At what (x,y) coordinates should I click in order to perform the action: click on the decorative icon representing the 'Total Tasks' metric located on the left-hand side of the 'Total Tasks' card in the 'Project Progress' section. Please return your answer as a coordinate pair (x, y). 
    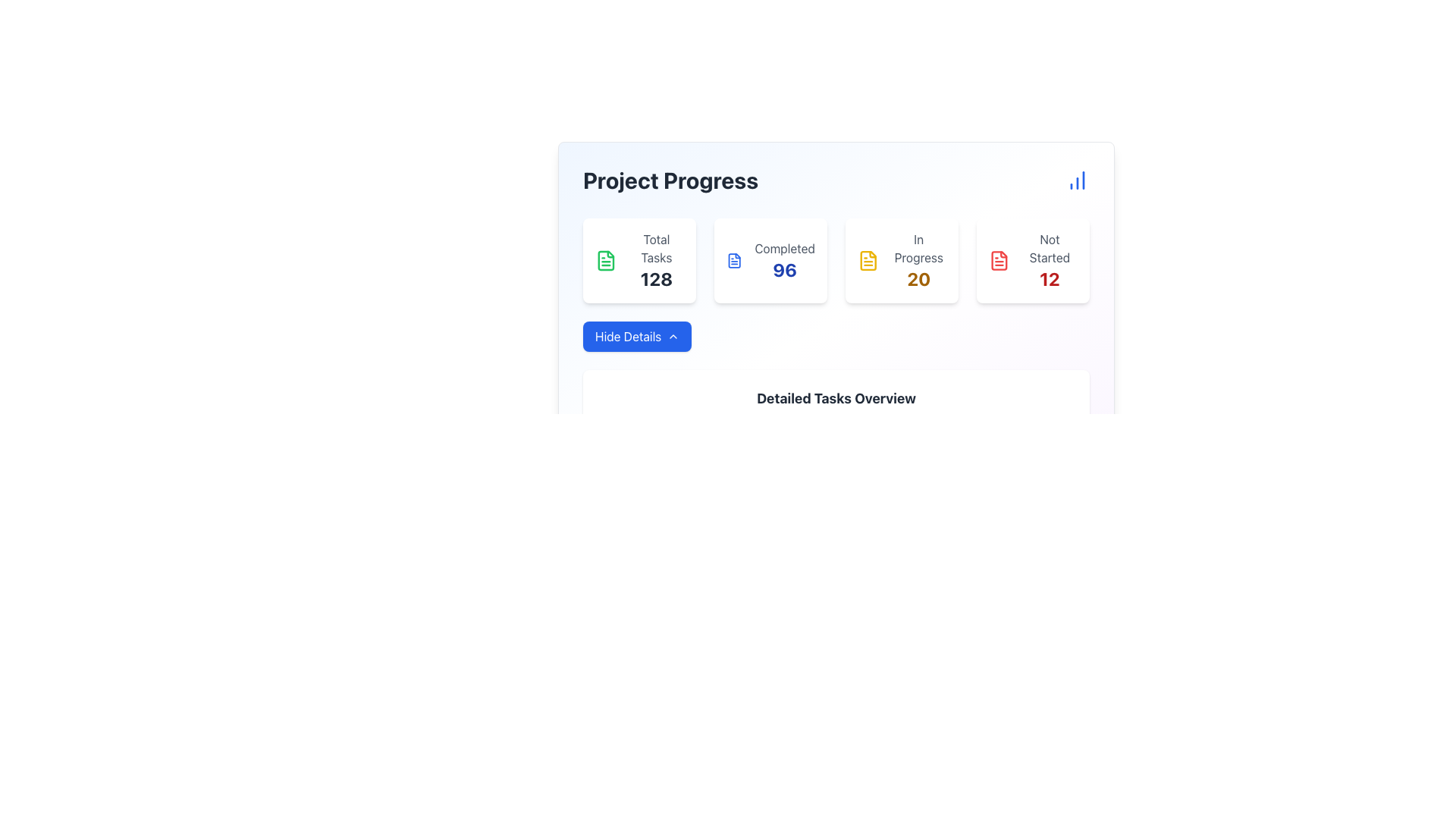
    Looking at the image, I should click on (605, 259).